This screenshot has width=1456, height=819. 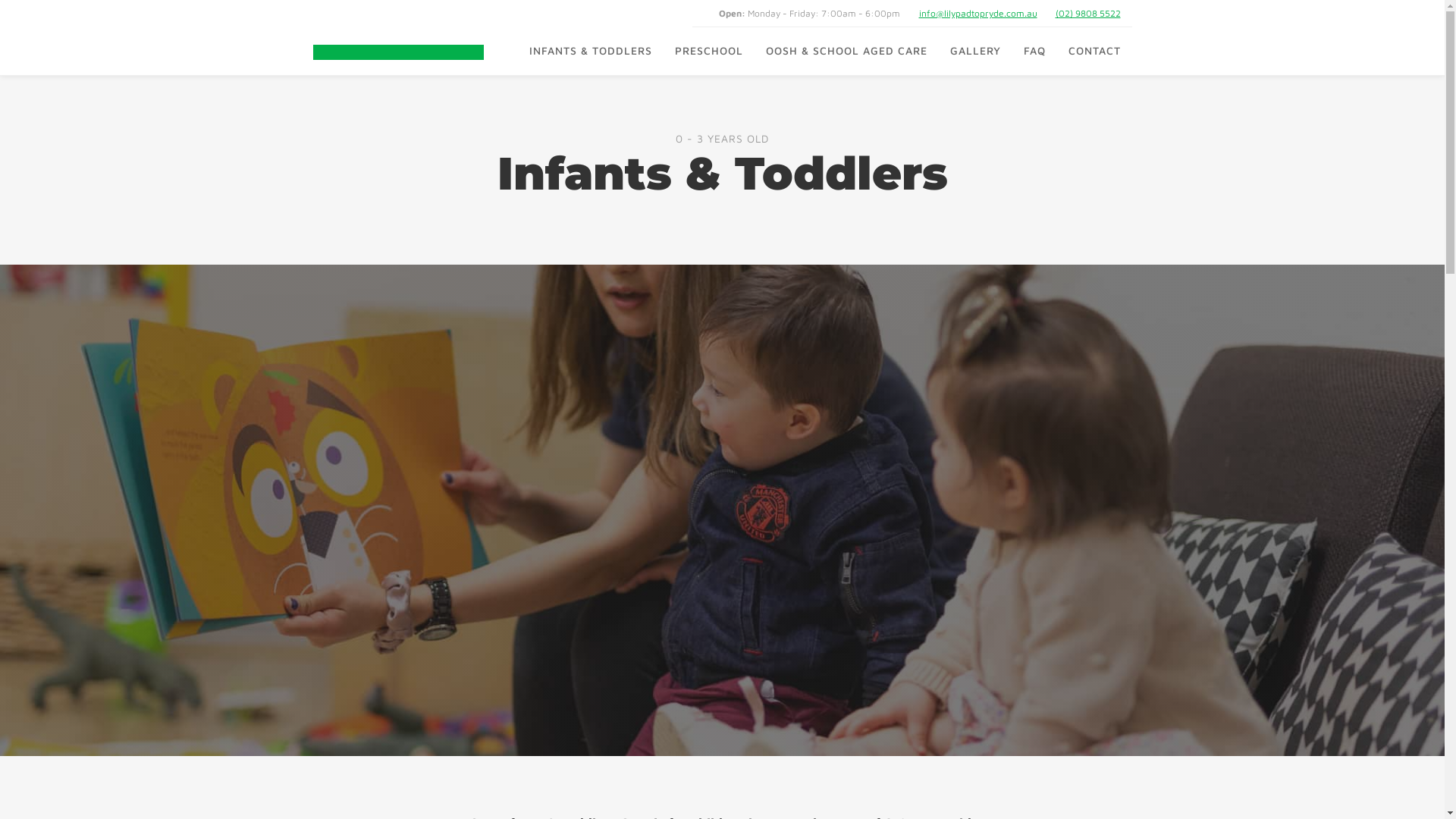 What do you see at coordinates (1033, 49) in the screenshot?
I see `'FAQ'` at bounding box center [1033, 49].